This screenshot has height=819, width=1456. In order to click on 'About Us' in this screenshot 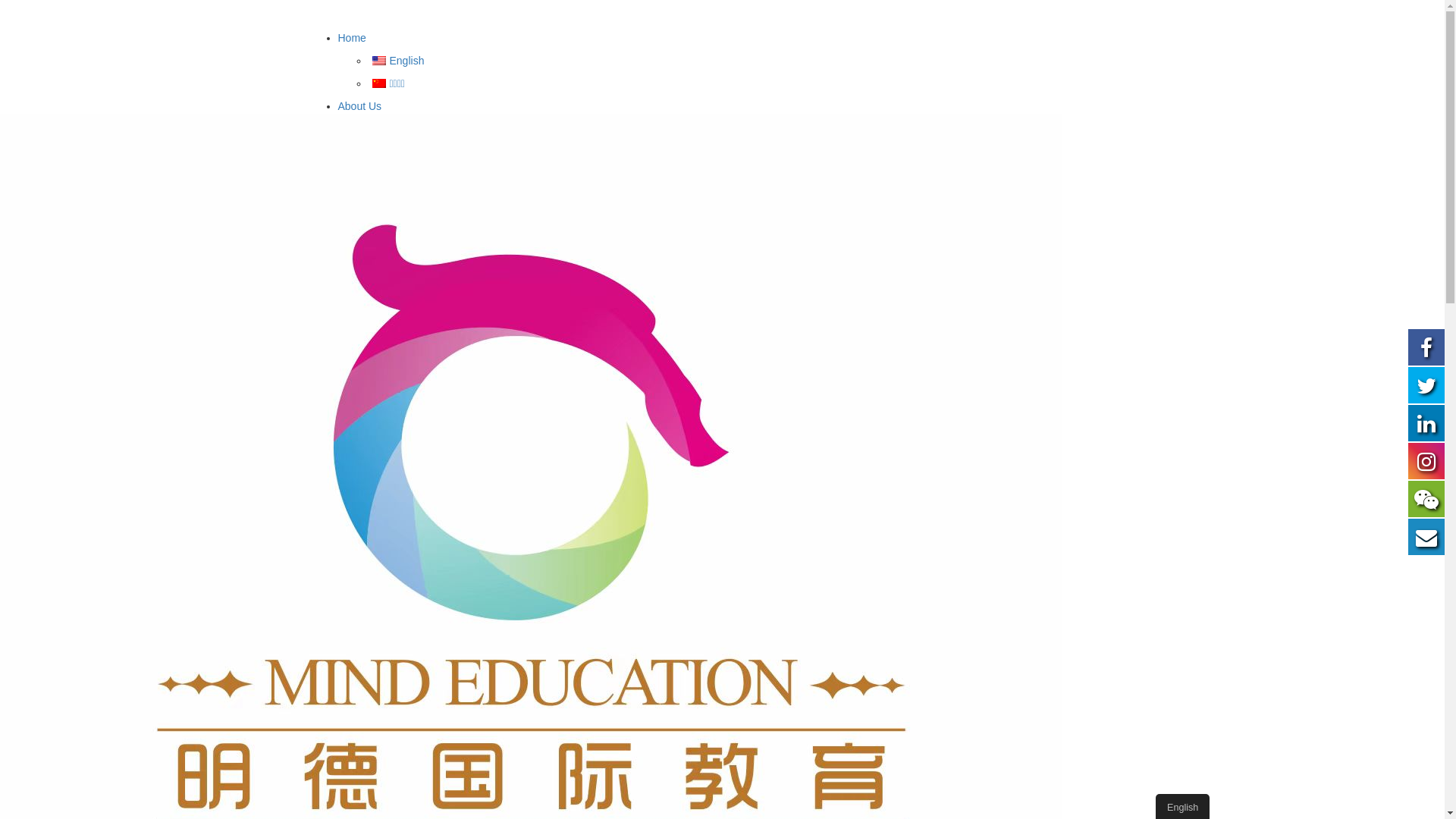, I will do `click(359, 105)`.